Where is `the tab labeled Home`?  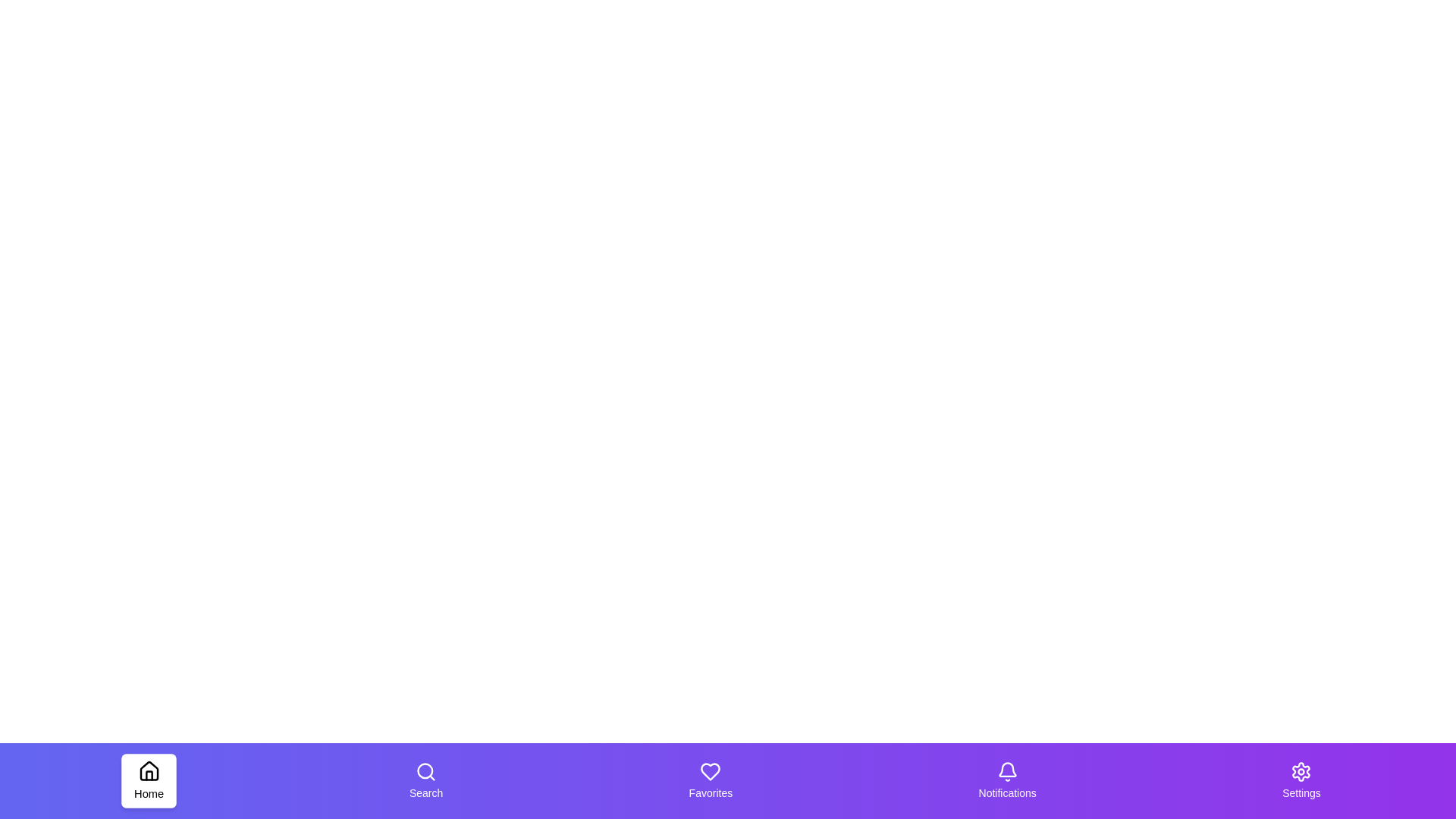
the tab labeled Home is located at coordinates (149, 780).